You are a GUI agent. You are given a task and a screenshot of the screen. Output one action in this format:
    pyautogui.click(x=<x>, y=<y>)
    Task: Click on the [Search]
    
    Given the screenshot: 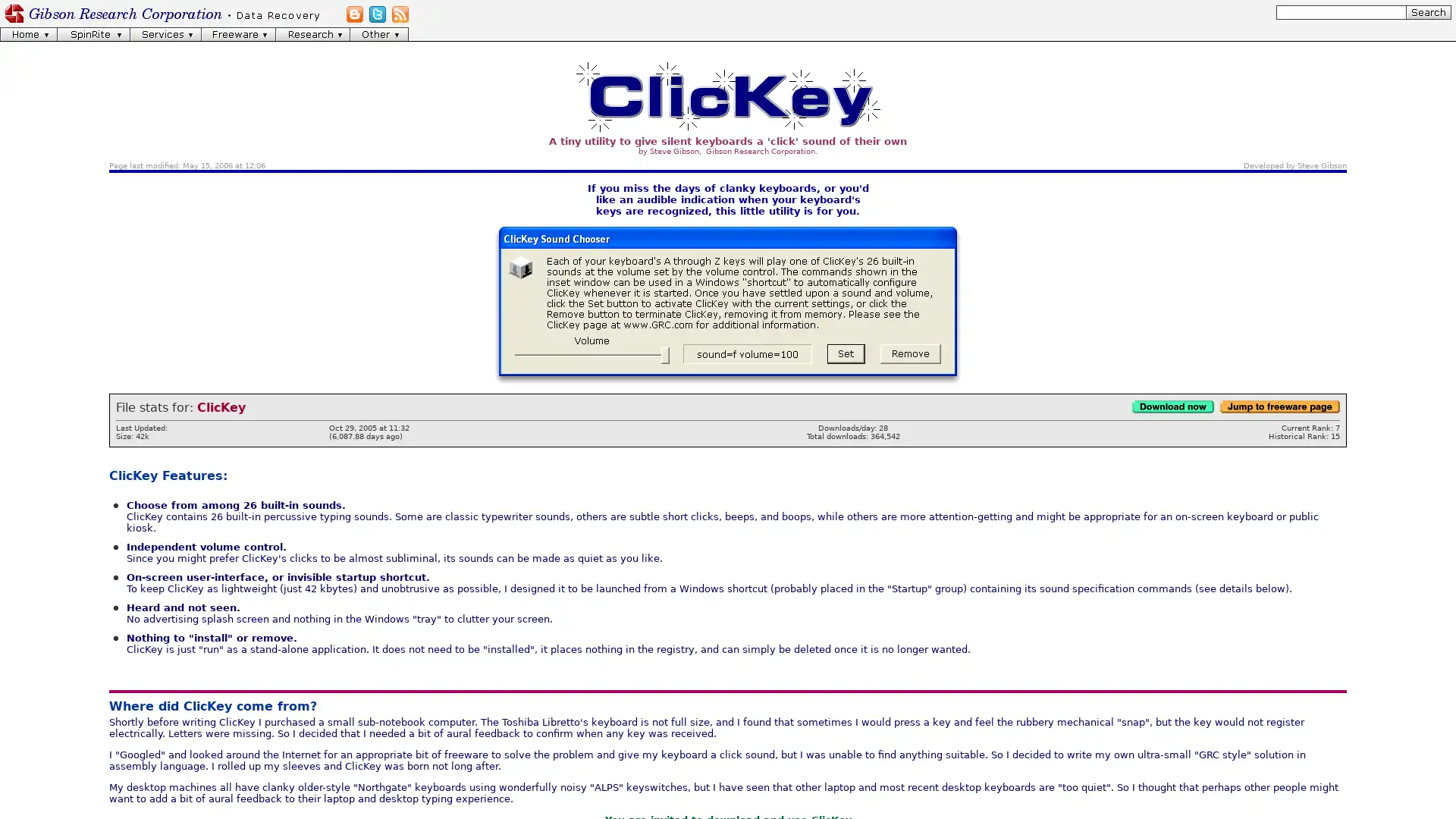 What is the action you would take?
    pyautogui.click(x=1427, y=12)
    